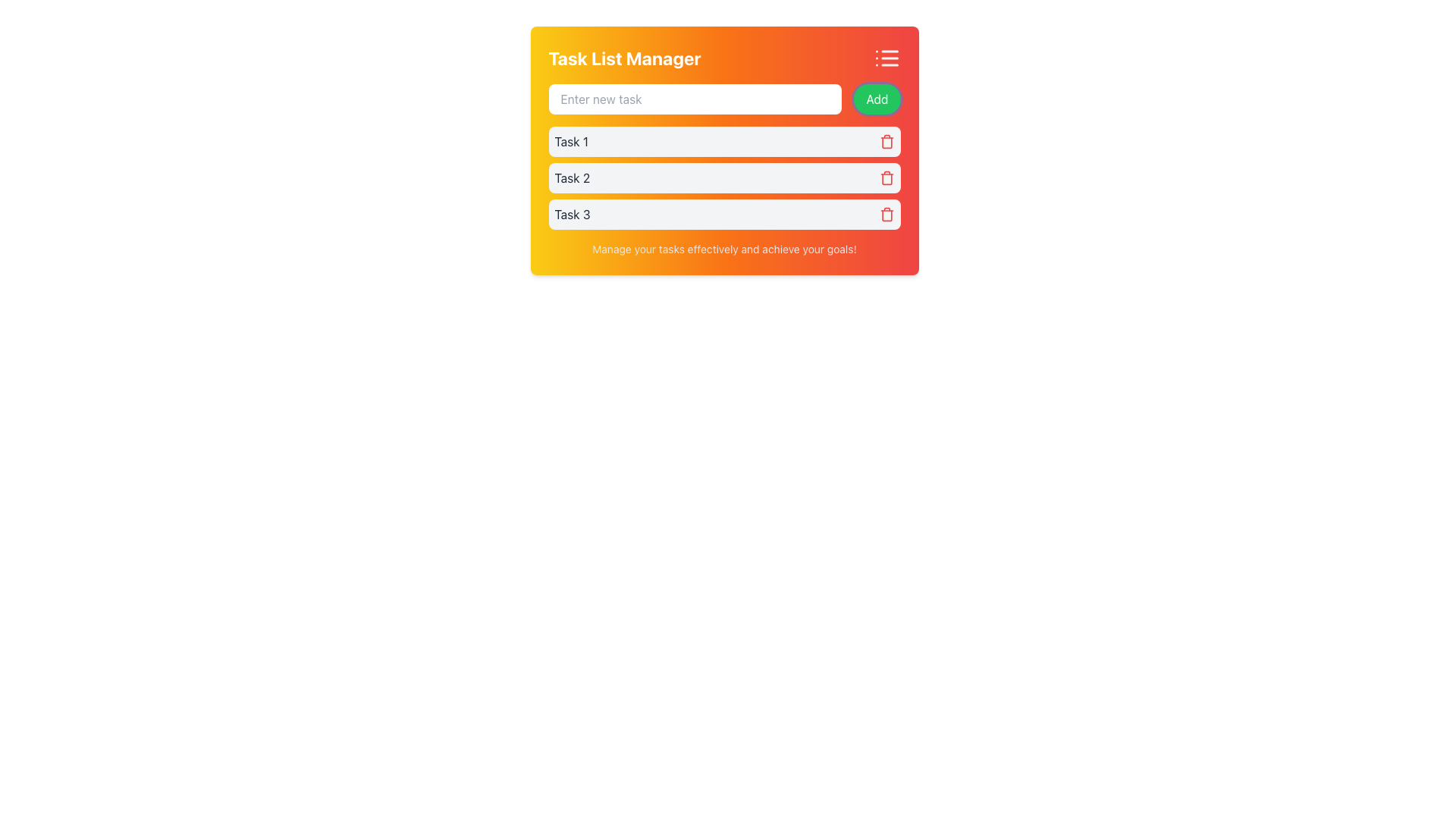 The height and width of the screenshot is (819, 1456). I want to click on the icon with a stylized list and red background located in the upper right corner of the header section labeled 'Task List Manager', so click(886, 58).